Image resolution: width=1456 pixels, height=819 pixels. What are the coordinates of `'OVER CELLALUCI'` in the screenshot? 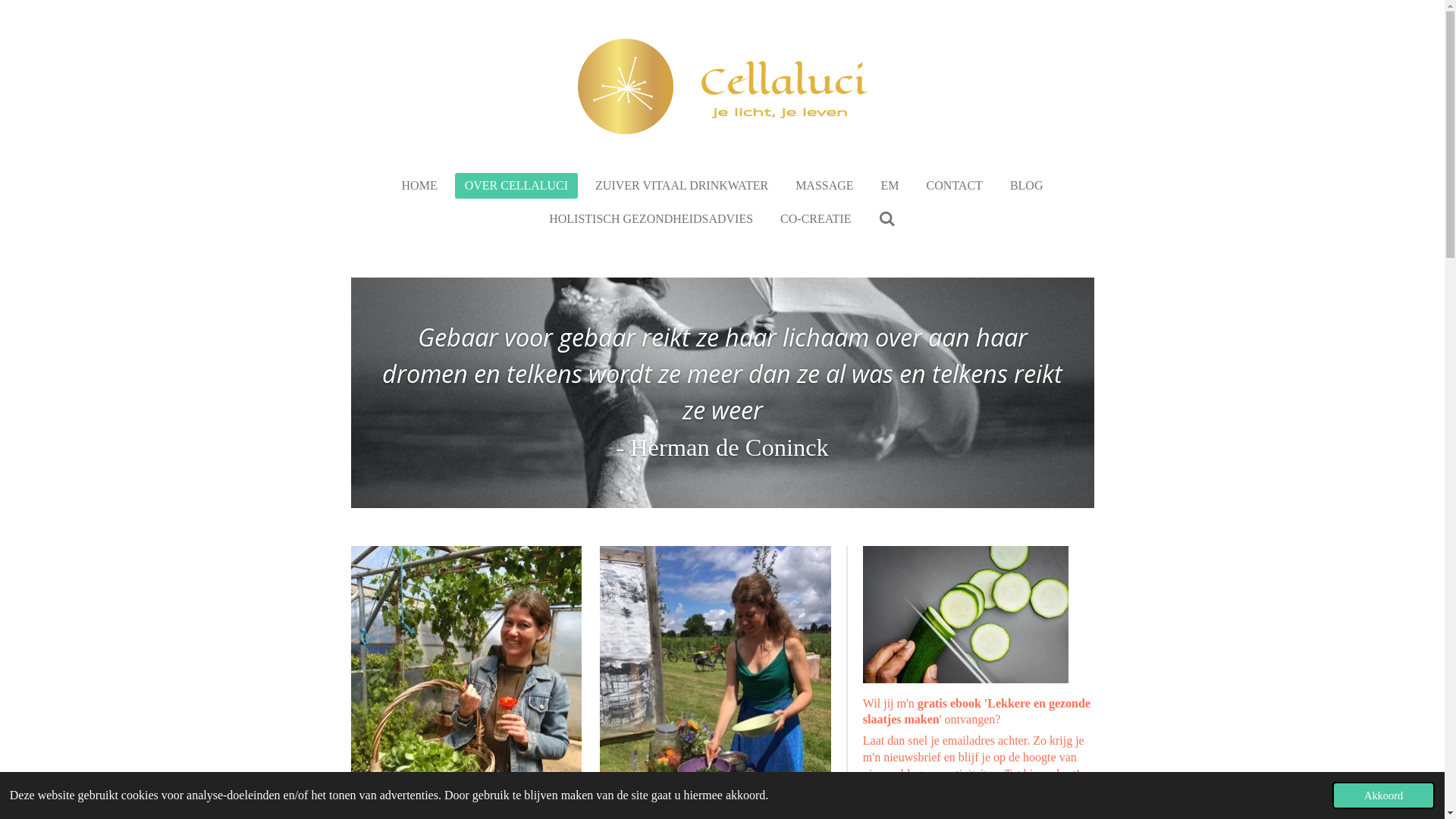 It's located at (516, 185).